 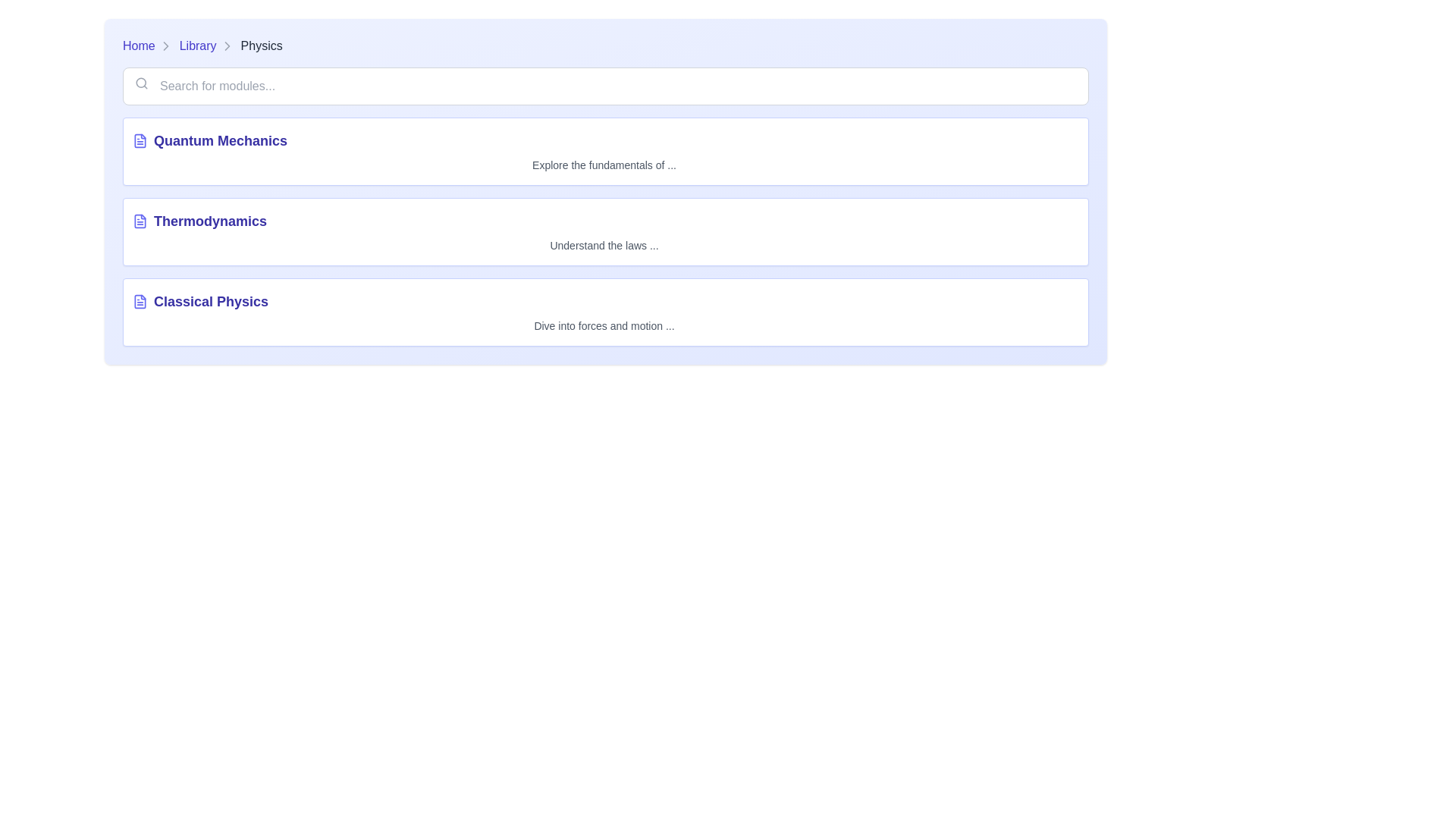 I want to click on the 'Classical Physics' icon located to the left of the label 'Classical Physics' and above its description text, so click(x=140, y=301).